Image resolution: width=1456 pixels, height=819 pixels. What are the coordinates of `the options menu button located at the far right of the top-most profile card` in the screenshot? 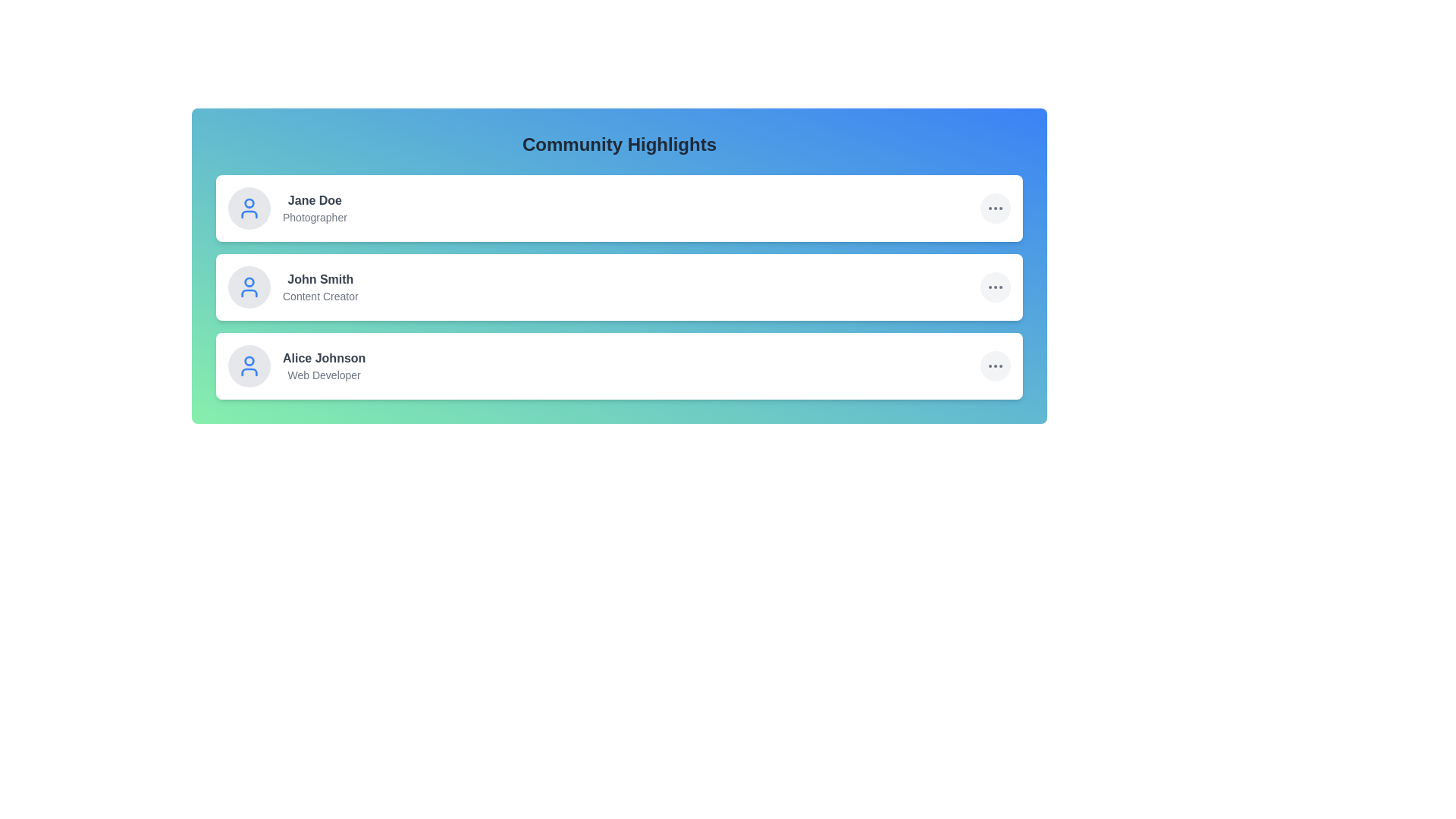 It's located at (996, 208).